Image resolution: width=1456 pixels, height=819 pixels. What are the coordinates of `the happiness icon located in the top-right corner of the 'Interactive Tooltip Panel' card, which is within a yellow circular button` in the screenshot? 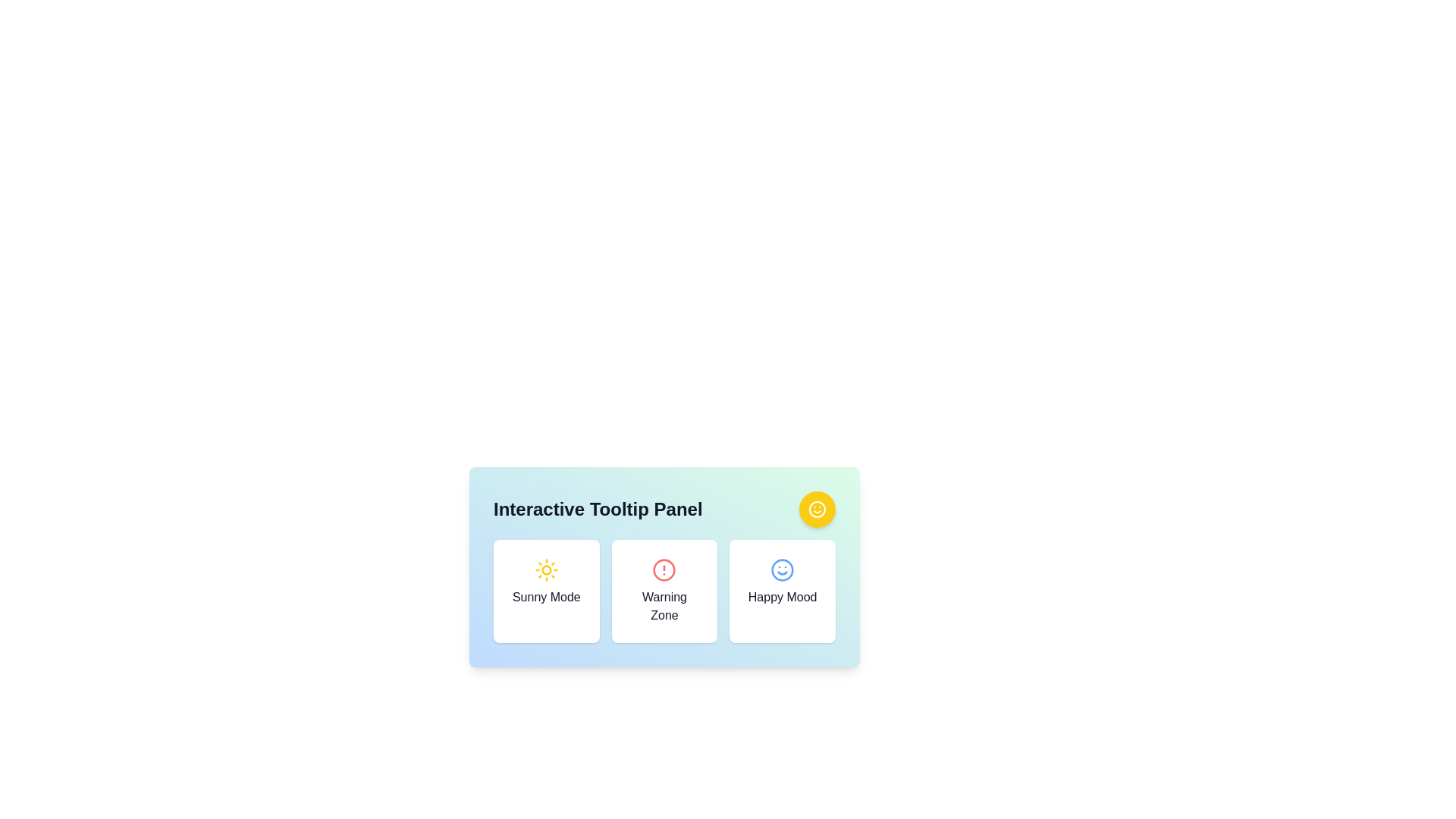 It's located at (817, 509).